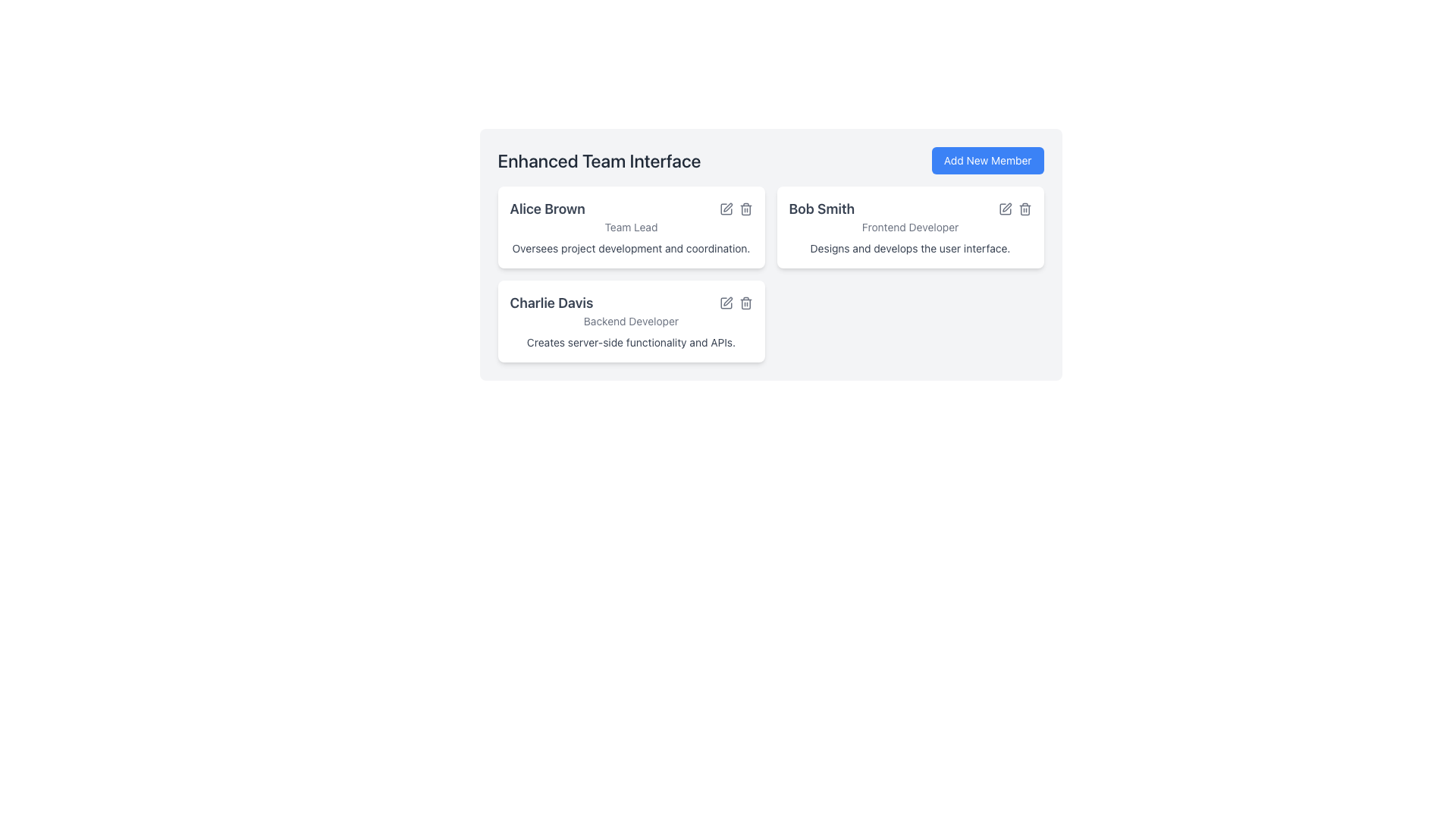 The height and width of the screenshot is (819, 1456). What do you see at coordinates (736, 303) in the screenshot?
I see `the edit icon in the control icons grouped for editing or deleting the profile associated with Charlie Davis, located in the bottom left section of the main interface` at bounding box center [736, 303].